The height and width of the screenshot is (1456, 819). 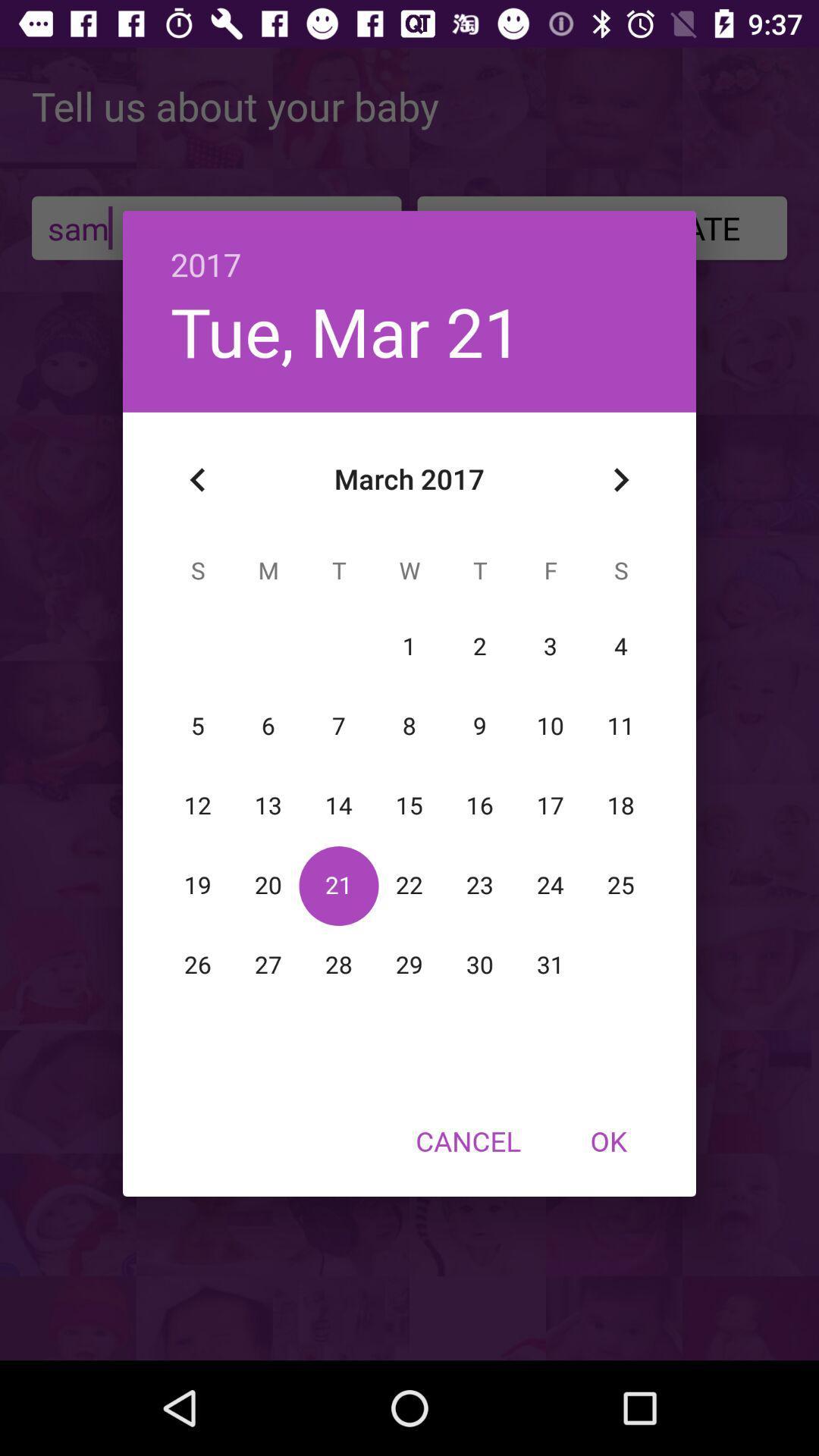 I want to click on the item below the 2017 item, so click(x=620, y=479).